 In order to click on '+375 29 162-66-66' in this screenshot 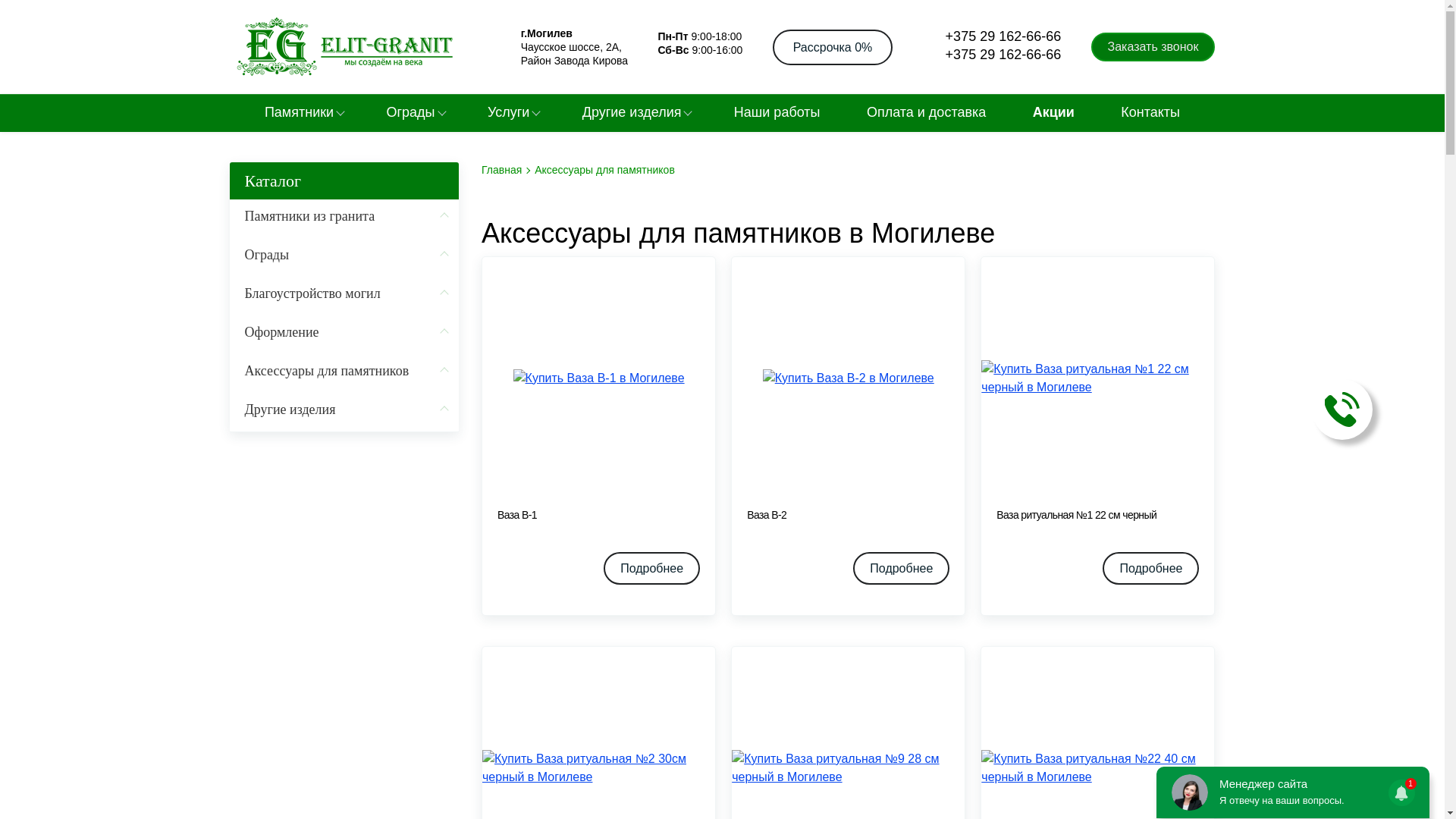, I will do `click(922, 36)`.